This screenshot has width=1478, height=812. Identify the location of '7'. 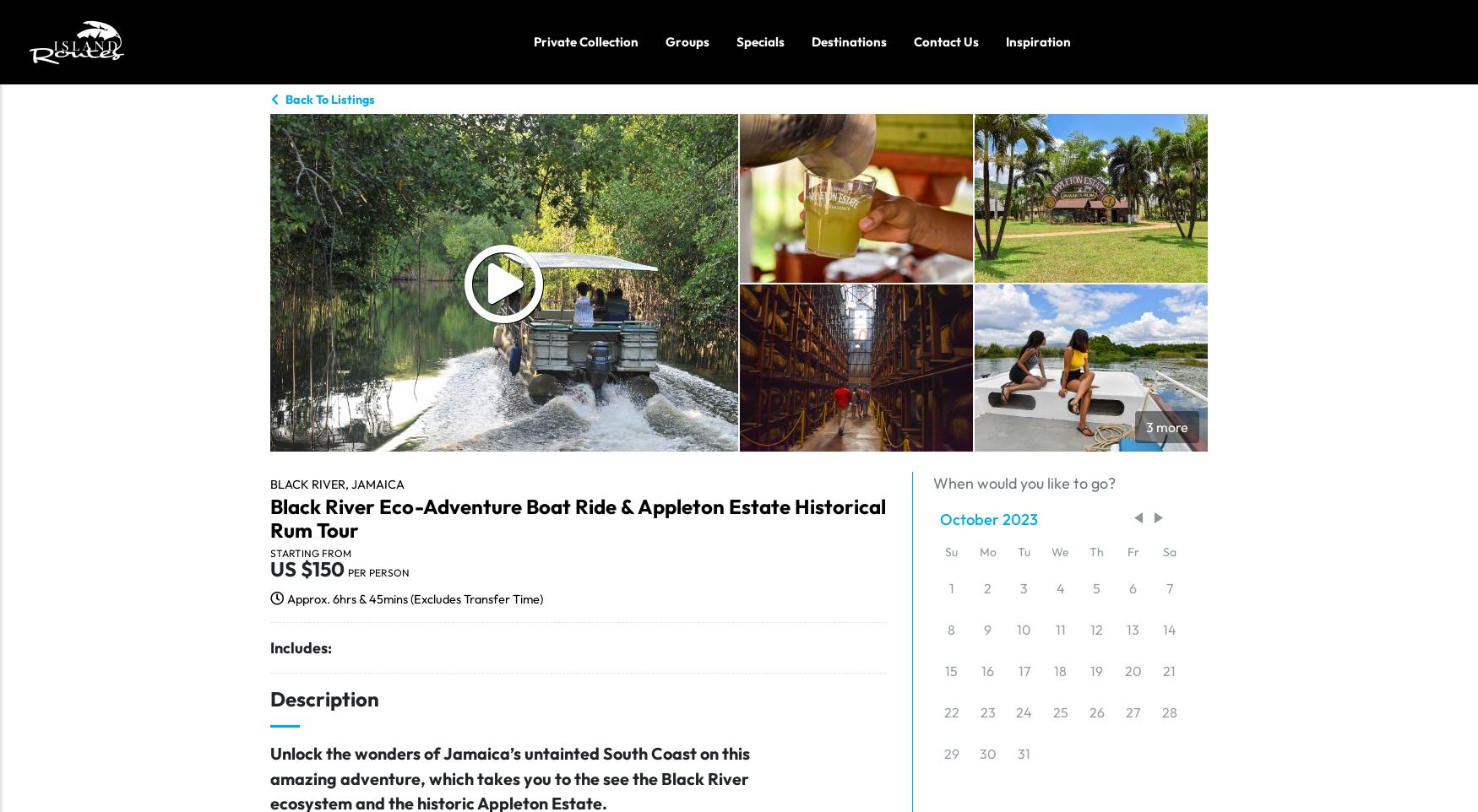
(1168, 587).